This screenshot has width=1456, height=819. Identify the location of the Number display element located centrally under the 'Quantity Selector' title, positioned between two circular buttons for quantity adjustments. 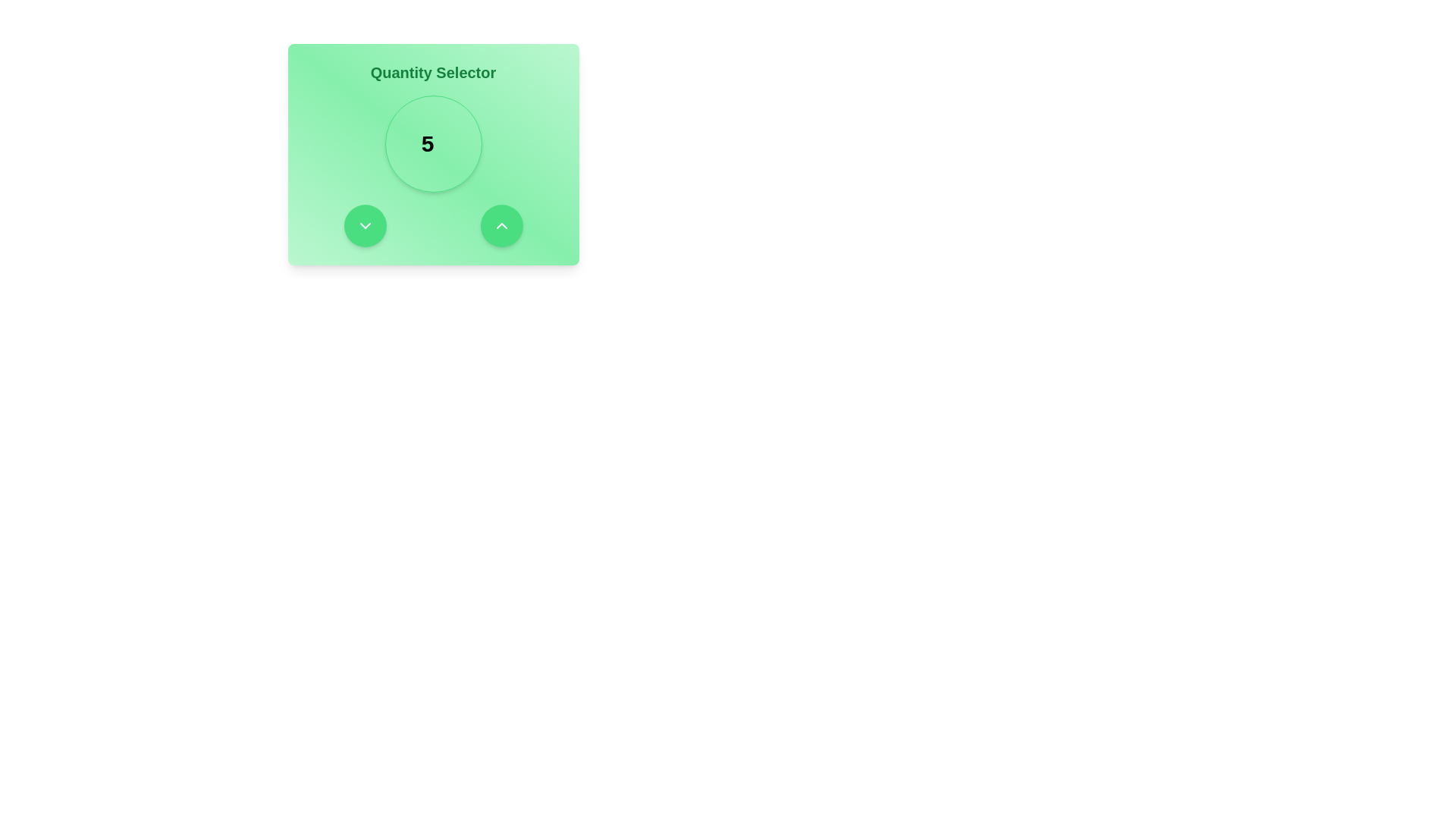
(432, 143).